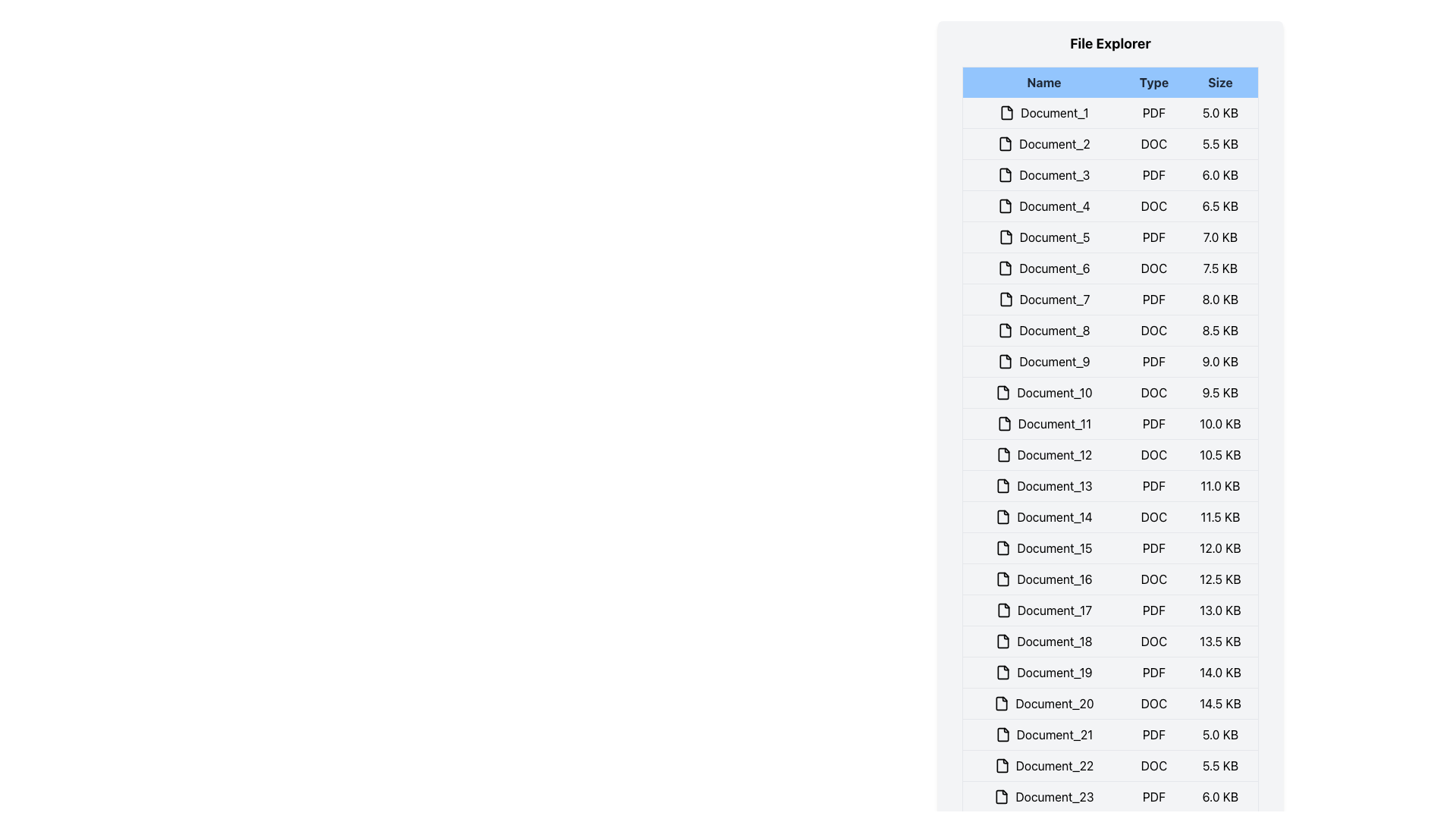 The width and height of the screenshot is (1456, 819). What do you see at coordinates (1153, 362) in the screenshot?
I see `the 'Type' label for the file 'Document_9' in the file explorer interface` at bounding box center [1153, 362].